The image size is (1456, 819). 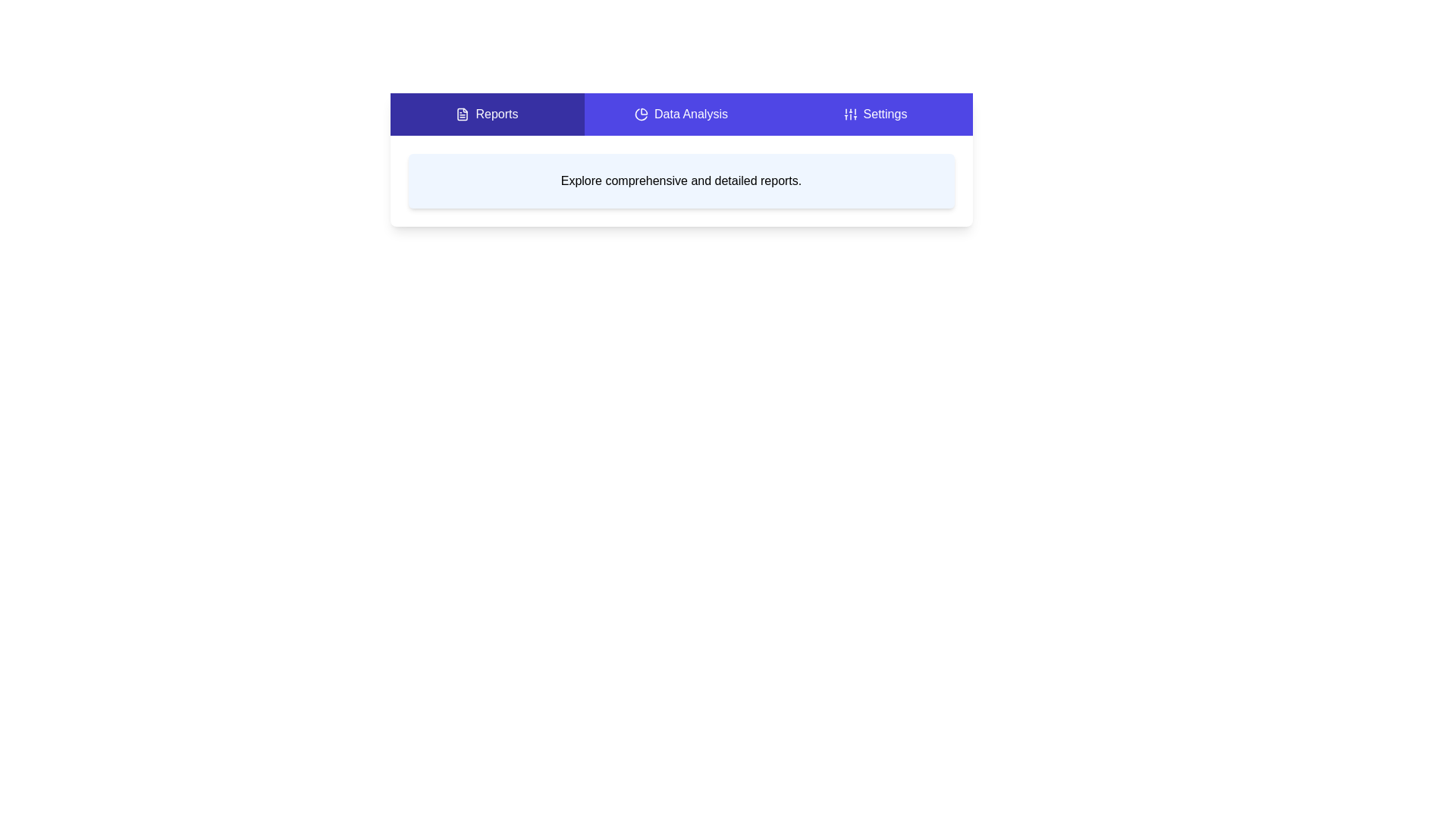 I want to click on the tab header labeled Reports, so click(x=487, y=113).